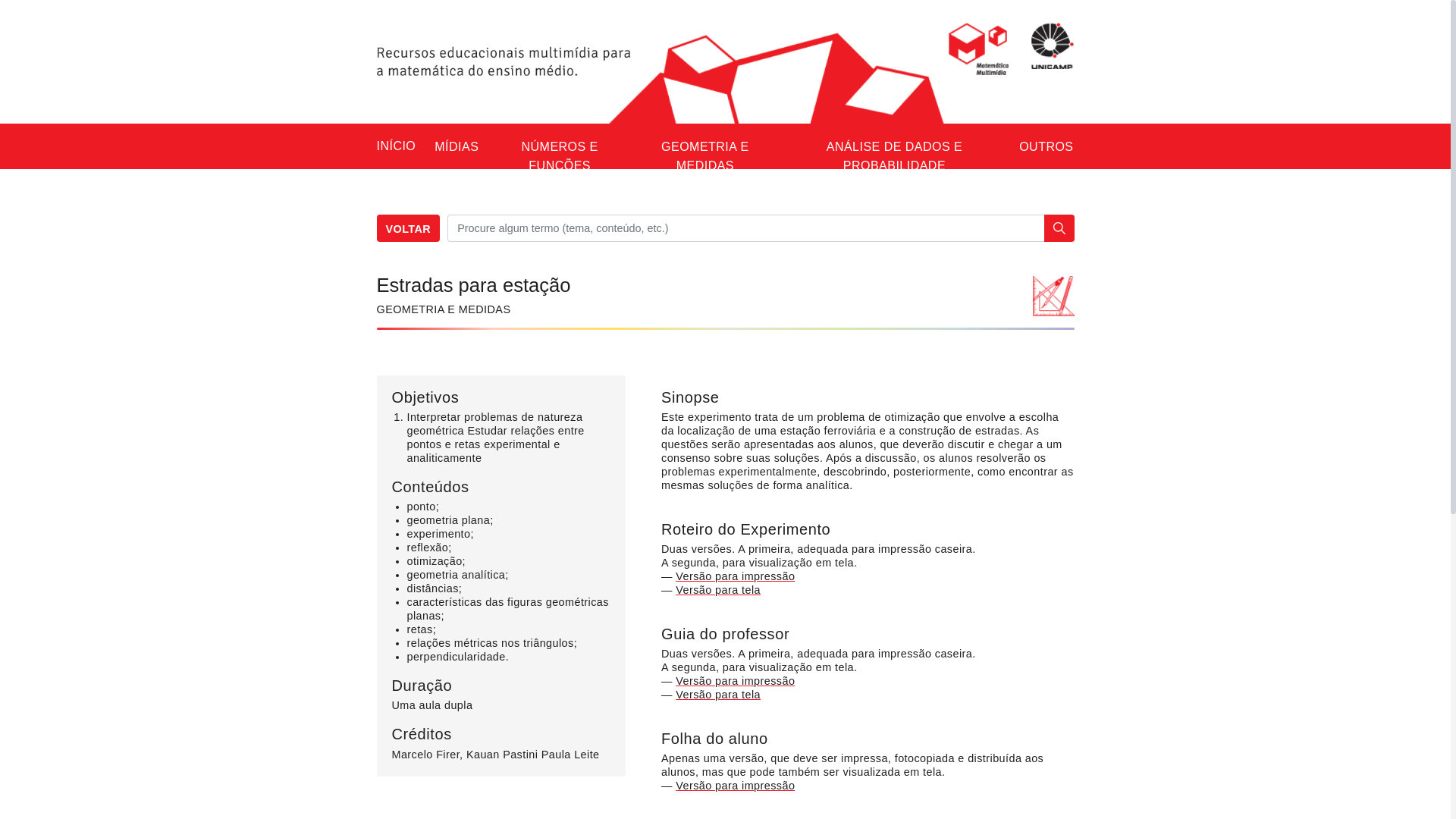 This screenshot has height=819, width=1456. I want to click on 'OUTROS', so click(1045, 146).